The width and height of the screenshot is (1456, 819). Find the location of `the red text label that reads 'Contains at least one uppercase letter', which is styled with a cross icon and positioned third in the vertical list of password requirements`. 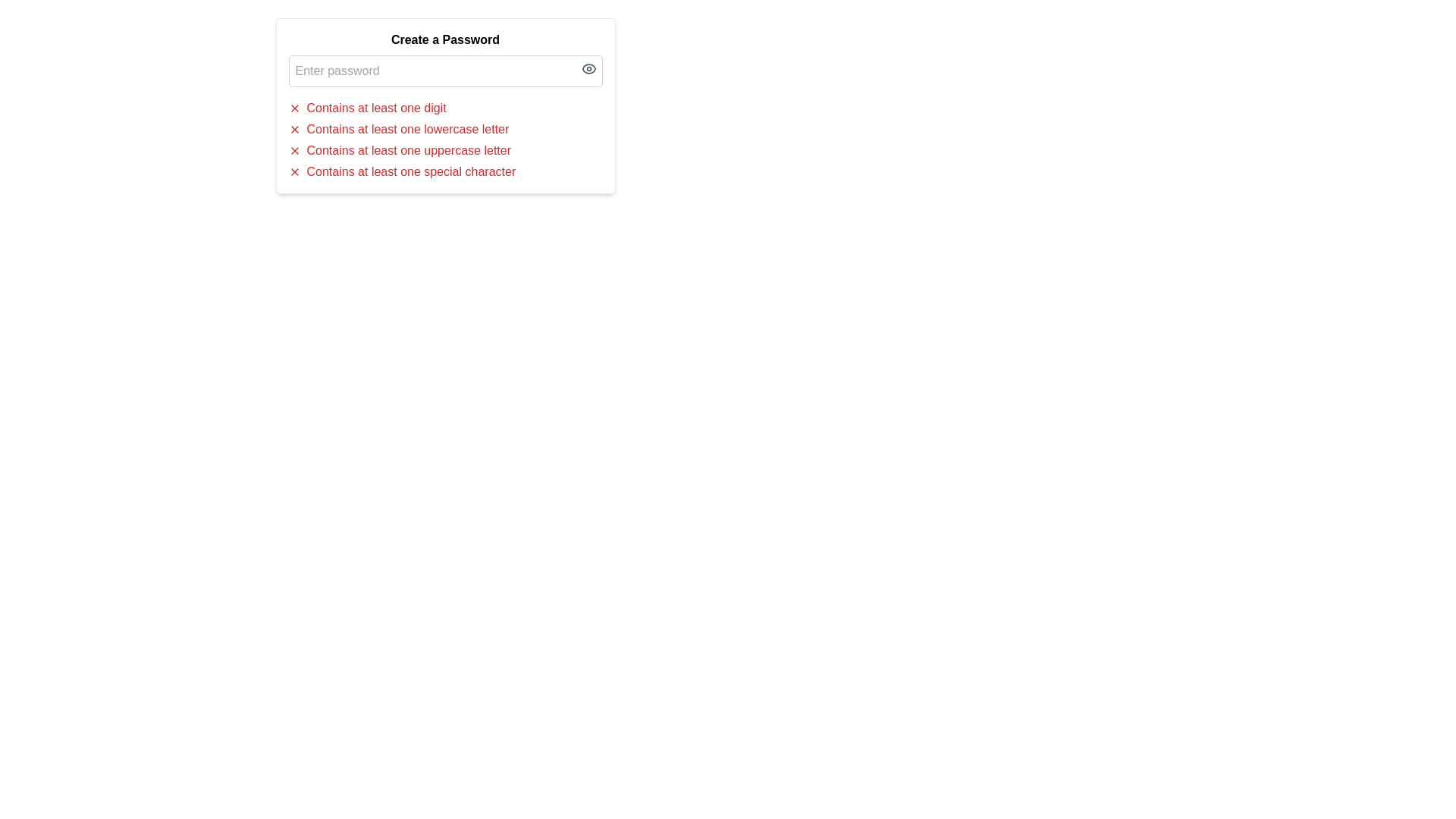

the red text label that reads 'Contains at least one uppercase letter', which is styled with a cross icon and positioned third in the vertical list of password requirements is located at coordinates (444, 151).